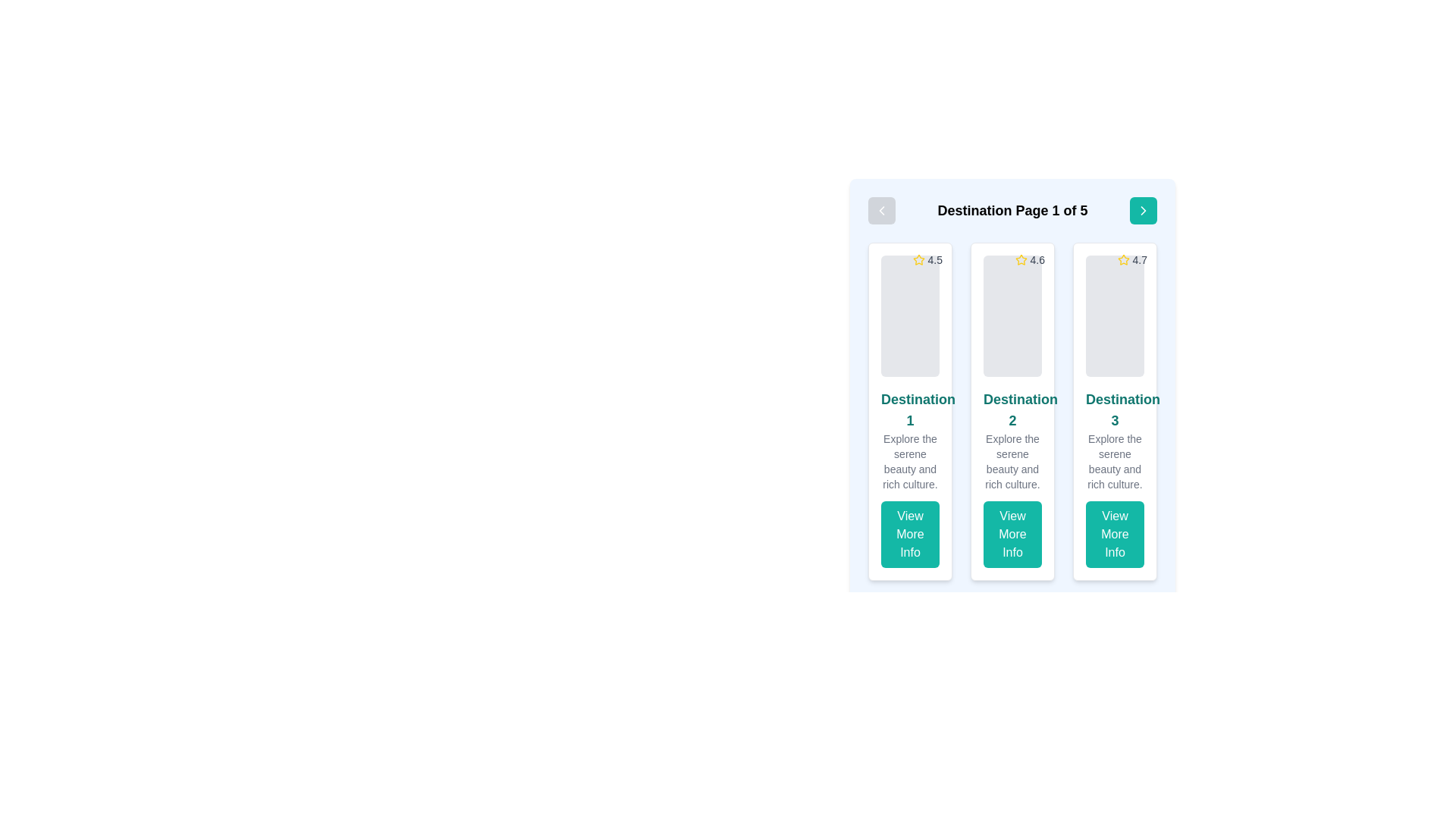 This screenshot has width=1456, height=819. Describe the element at coordinates (1012, 210) in the screenshot. I see `the Text label that displays 'Page 1 of 5', located centrally within the horizontal bar at the top of the interface` at that location.